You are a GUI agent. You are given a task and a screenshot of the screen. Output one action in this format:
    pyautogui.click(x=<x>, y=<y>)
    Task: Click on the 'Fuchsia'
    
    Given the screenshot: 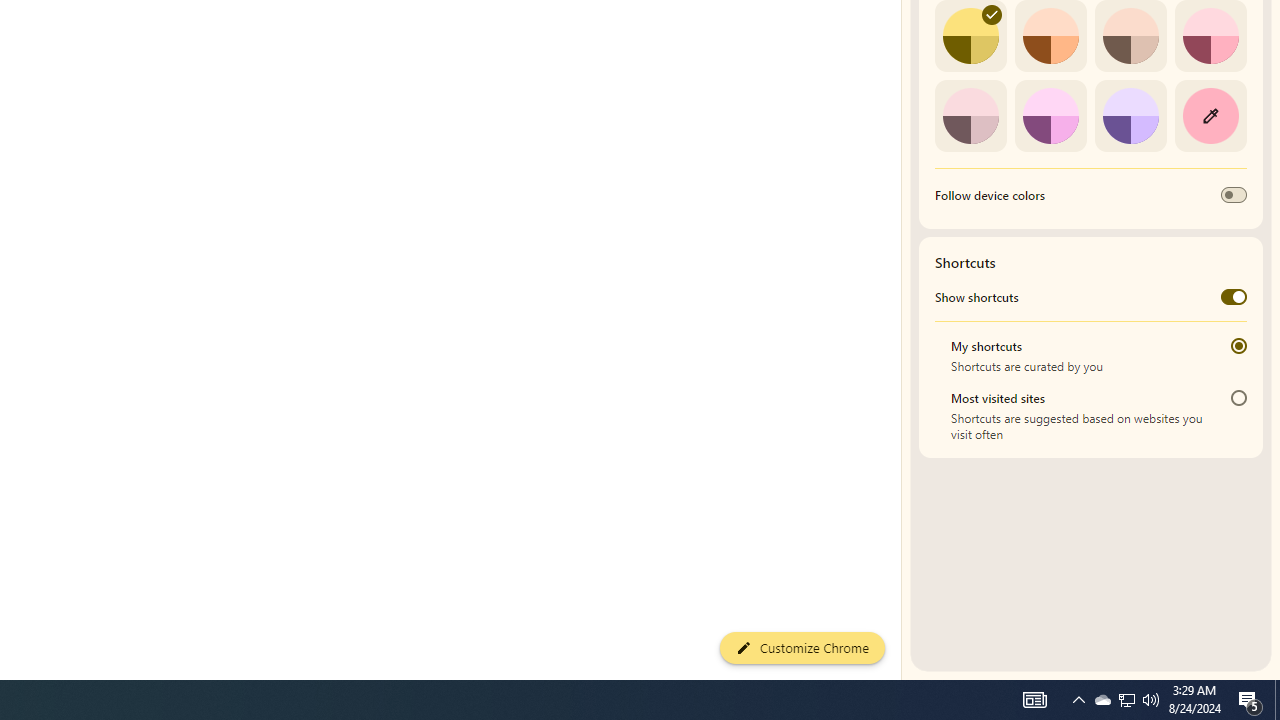 What is the action you would take?
    pyautogui.click(x=1049, y=115)
    